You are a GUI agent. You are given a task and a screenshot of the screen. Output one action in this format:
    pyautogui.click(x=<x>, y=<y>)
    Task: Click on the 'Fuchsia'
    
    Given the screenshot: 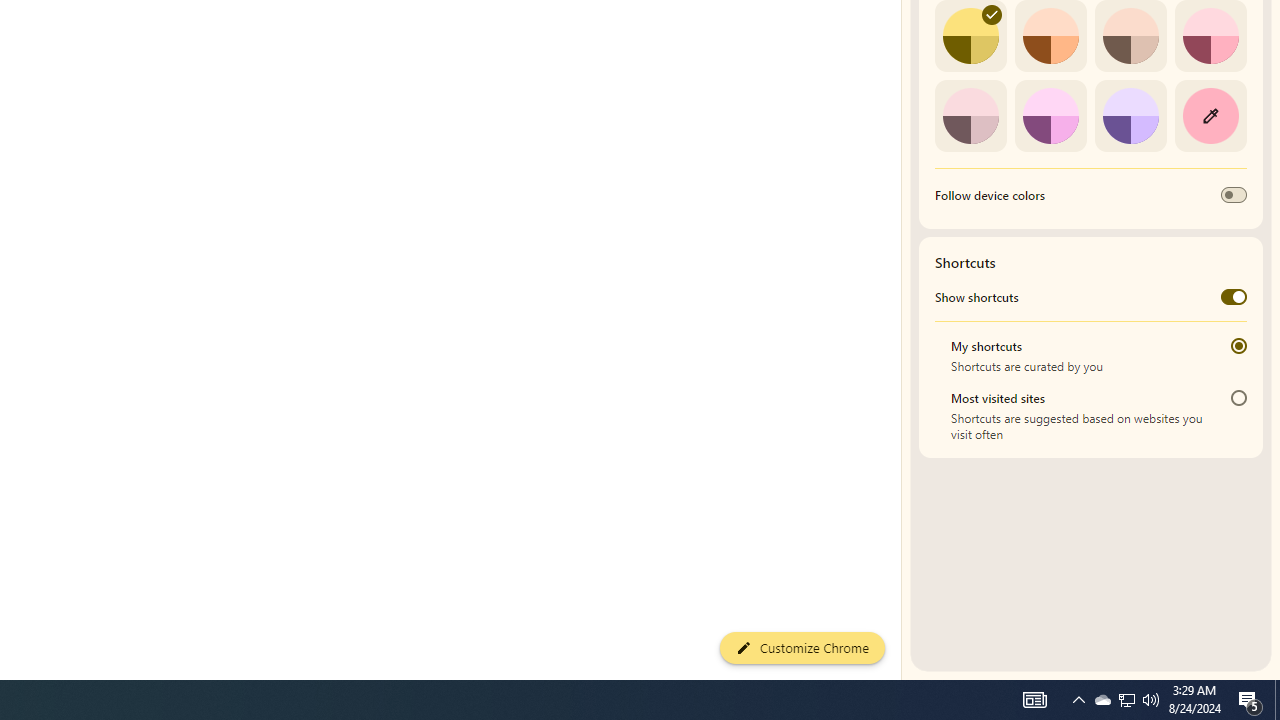 What is the action you would take?
    pyautogui.click(x=1049, y=115)
    